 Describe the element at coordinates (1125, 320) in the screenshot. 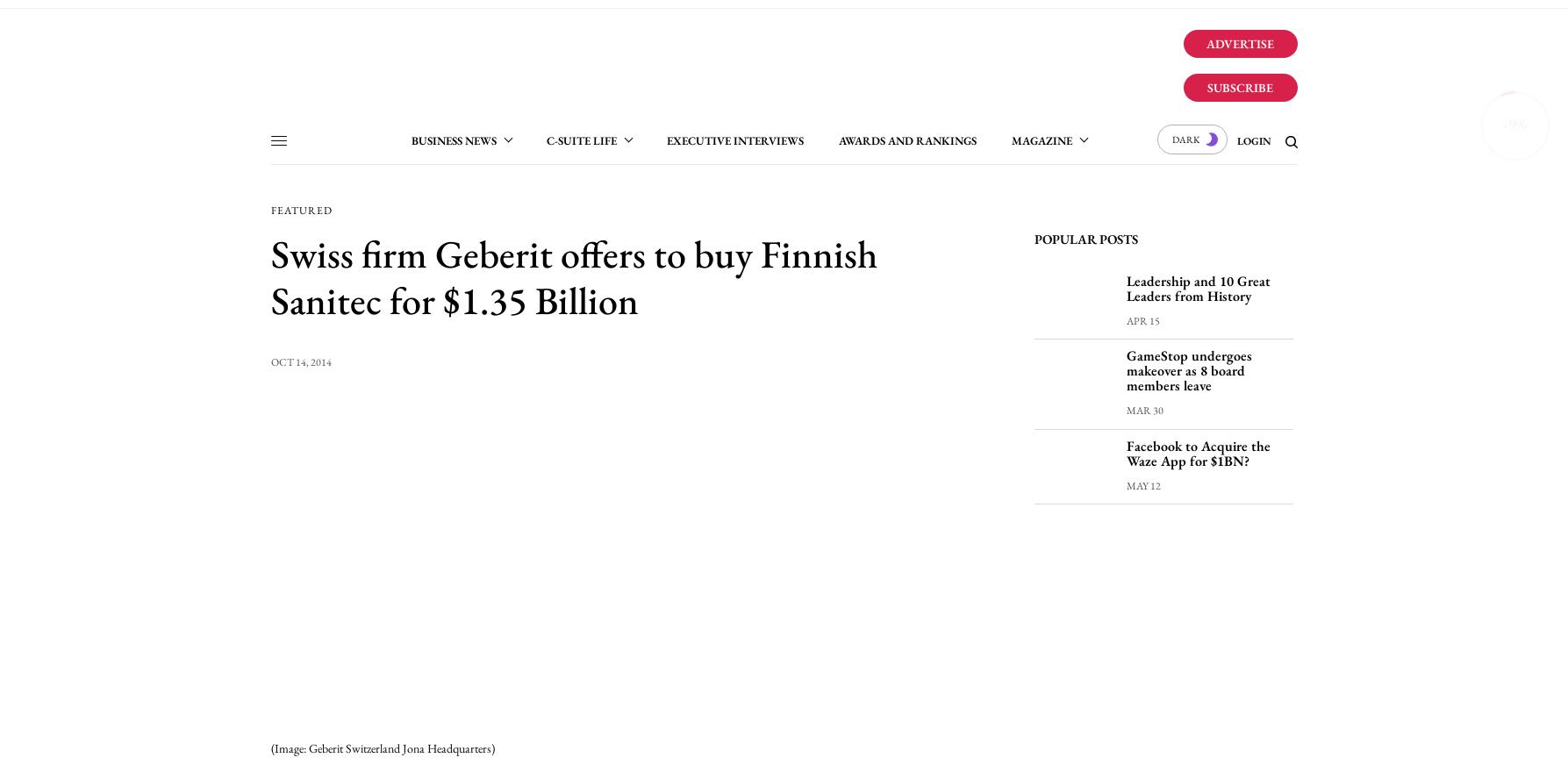

I see `'Apr 15'` at that location.